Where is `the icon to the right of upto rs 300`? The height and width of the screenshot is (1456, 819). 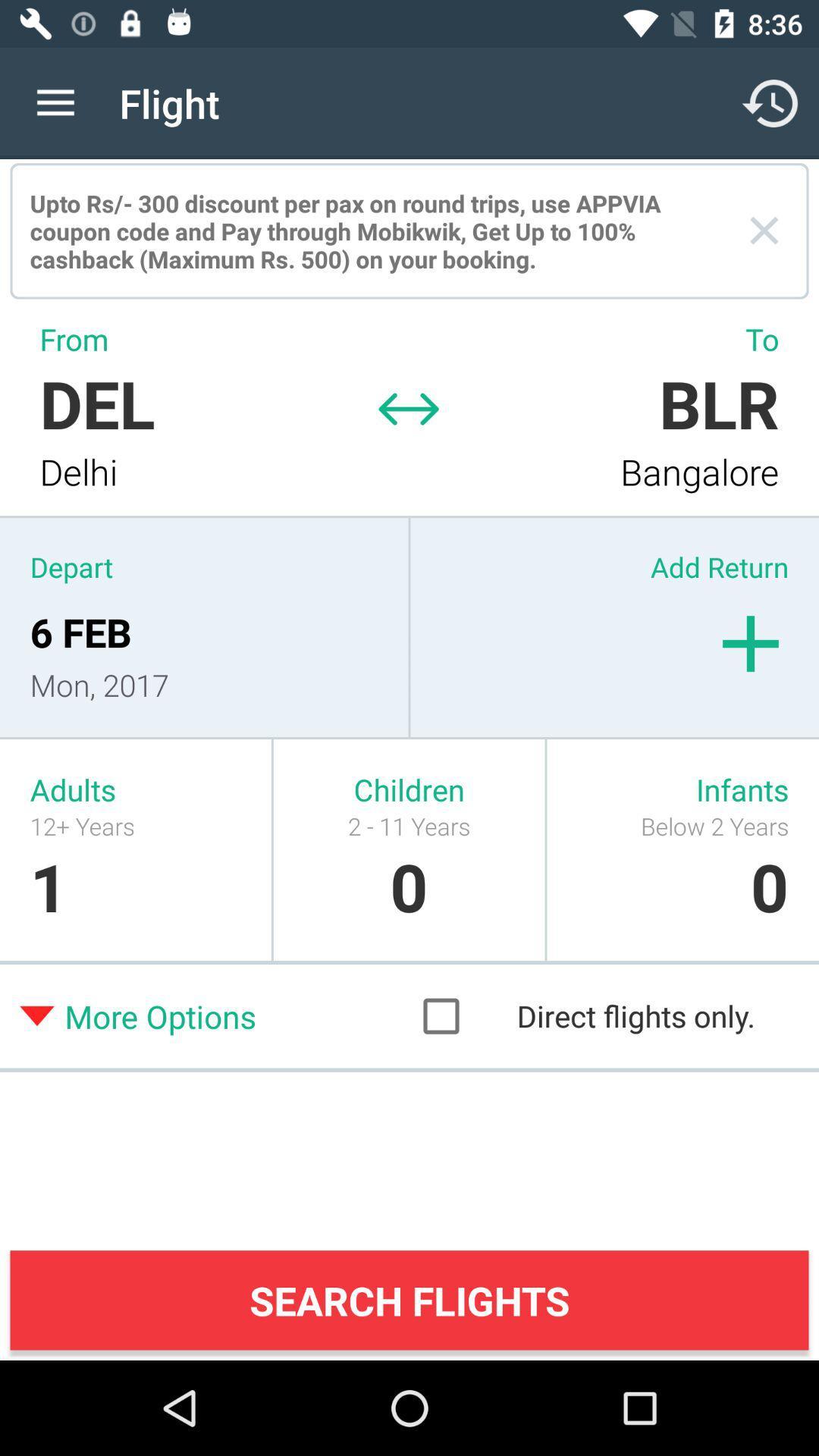
the icon to the right of upto rs 300 is located at coordinates (764, 230).